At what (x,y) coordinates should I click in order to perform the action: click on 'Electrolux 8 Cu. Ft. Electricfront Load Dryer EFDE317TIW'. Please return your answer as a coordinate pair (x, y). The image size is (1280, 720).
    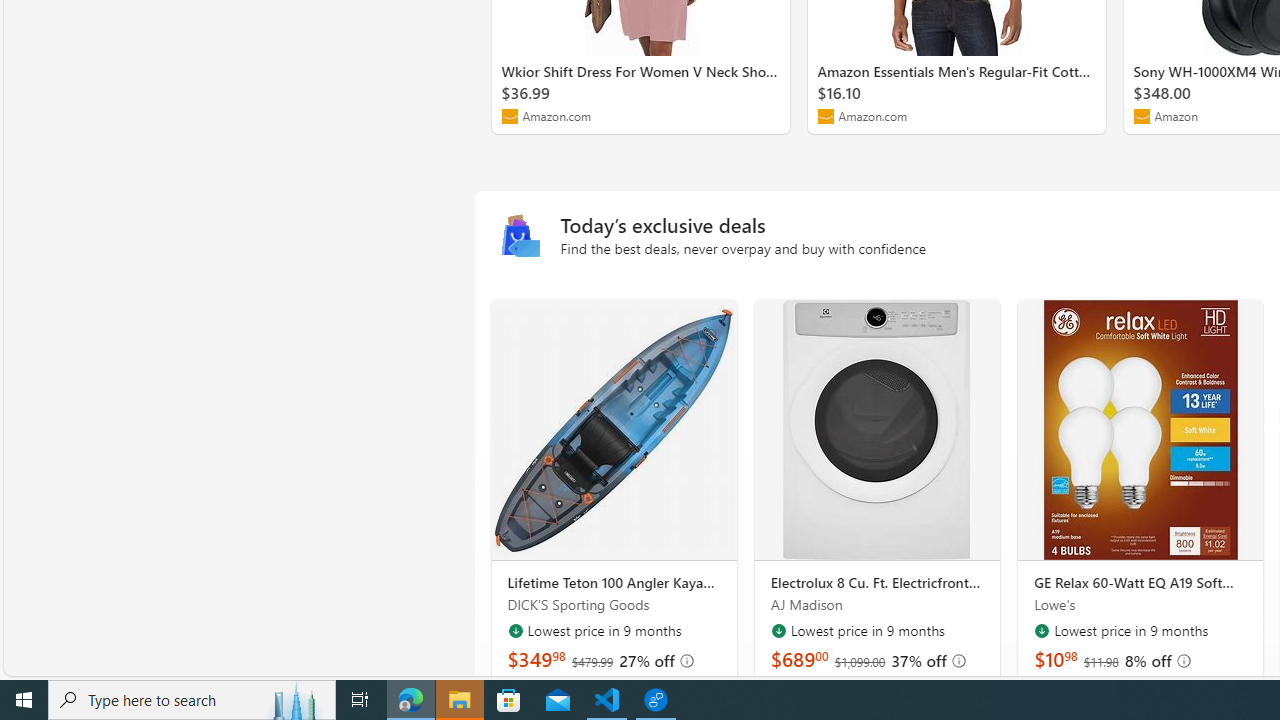
    Looking at the image, I should click on (877, 429).